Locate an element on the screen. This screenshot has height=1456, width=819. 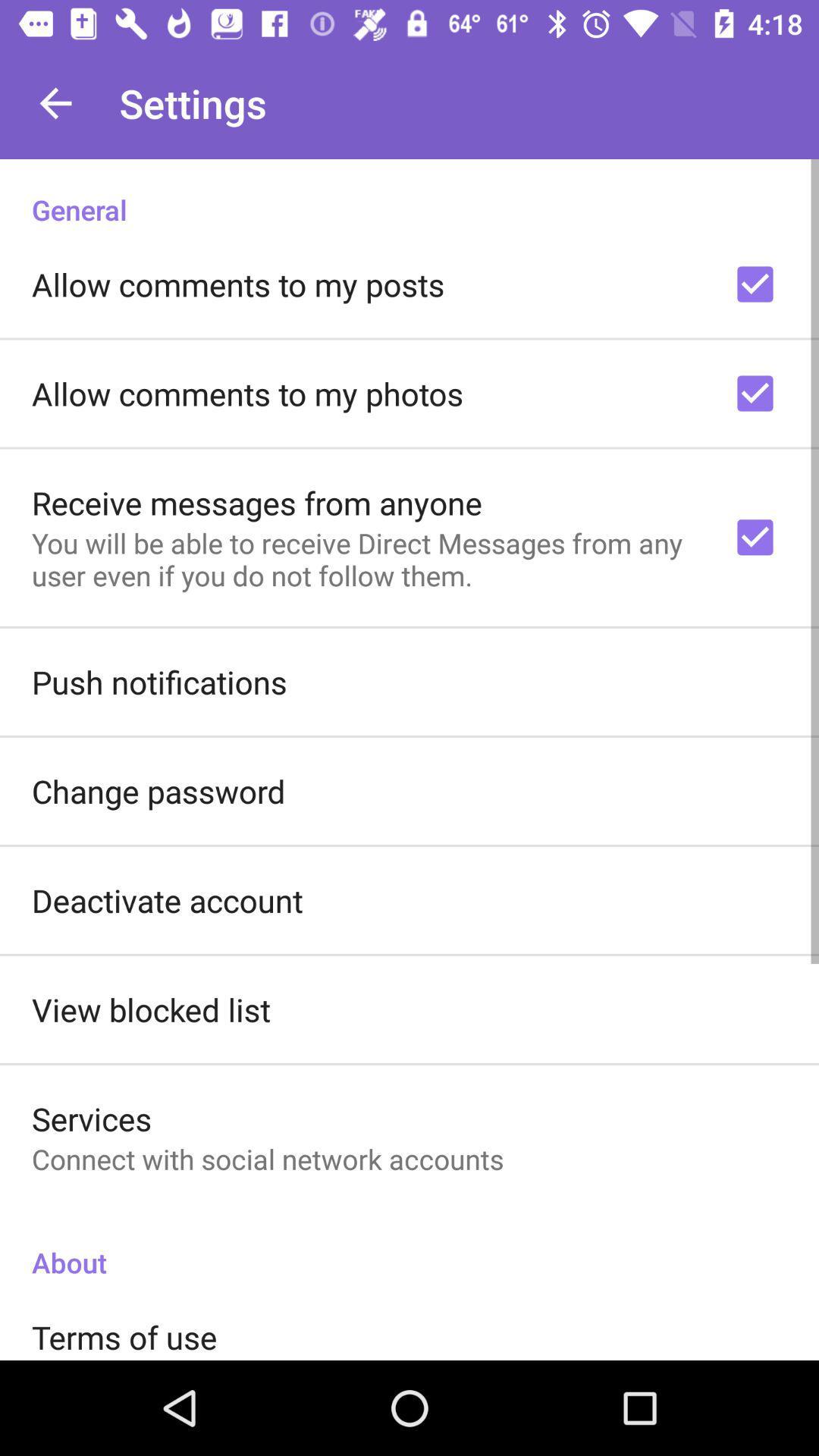
the icon below connect with social item is located at coordinates (409, 1247).